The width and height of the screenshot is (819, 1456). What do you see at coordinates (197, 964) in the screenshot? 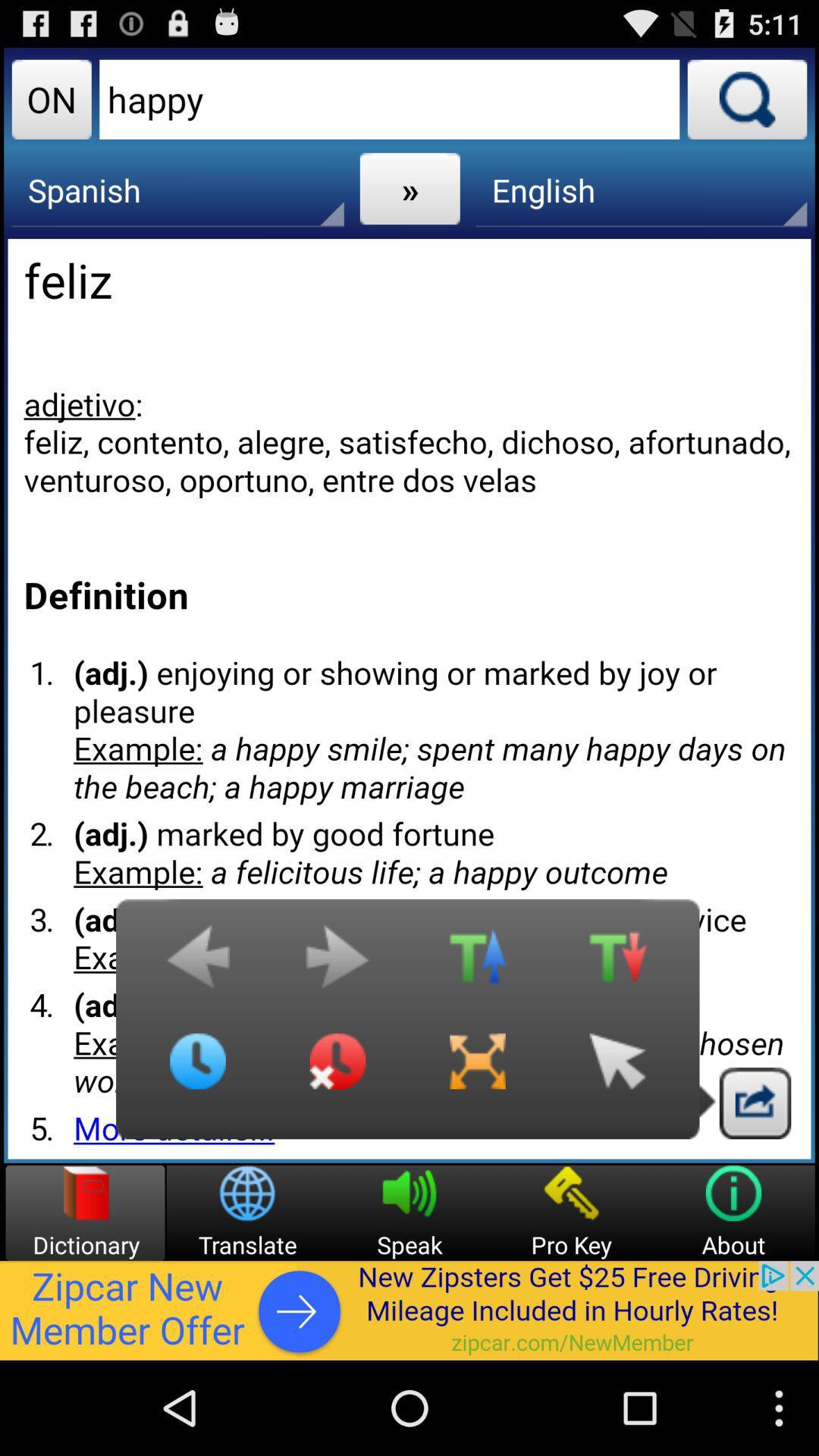
I see `previouse` at bounding box center [197, 964].